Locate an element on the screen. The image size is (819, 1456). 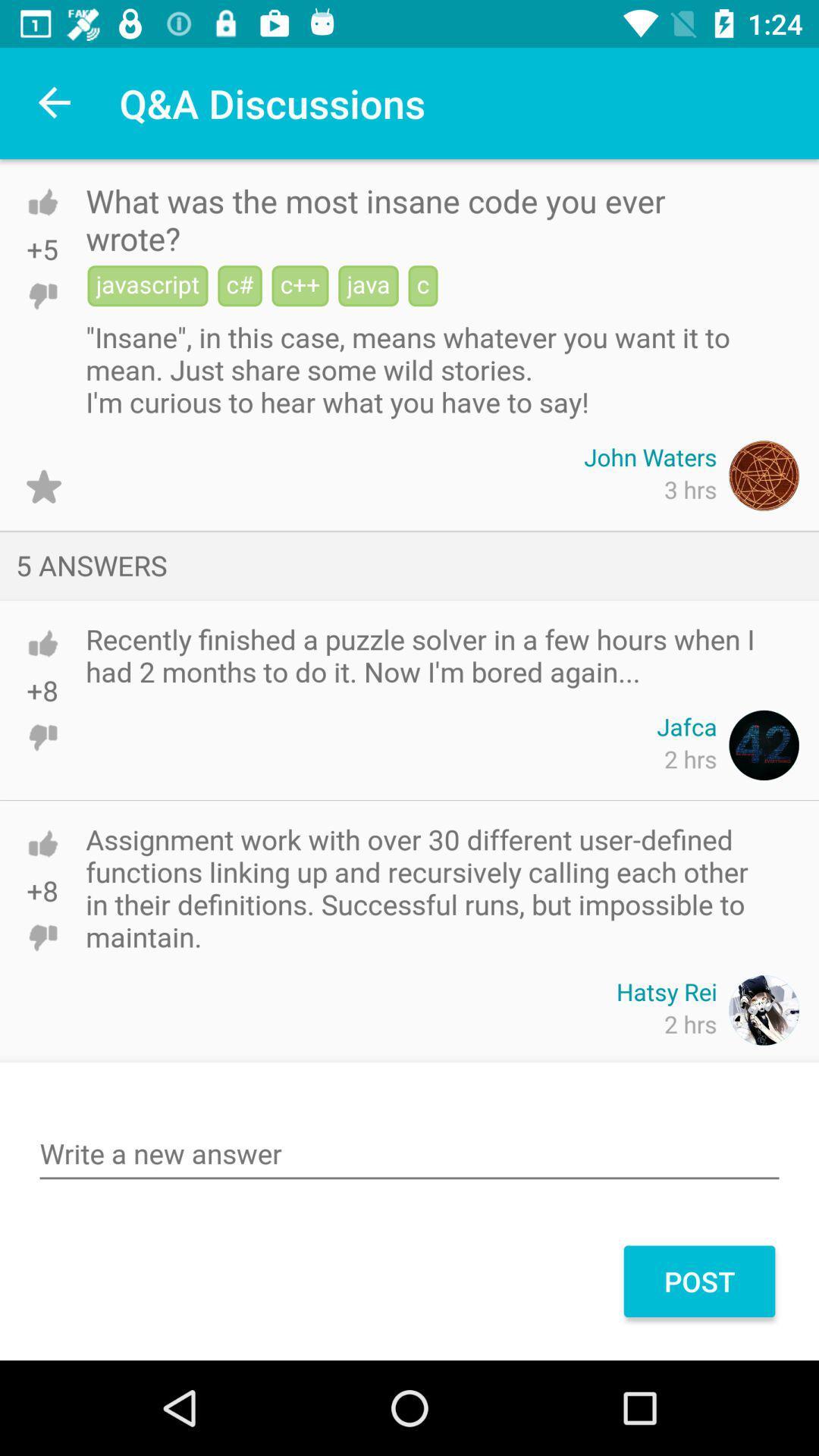
the button java on the web page is located at coordinates (371, 289).